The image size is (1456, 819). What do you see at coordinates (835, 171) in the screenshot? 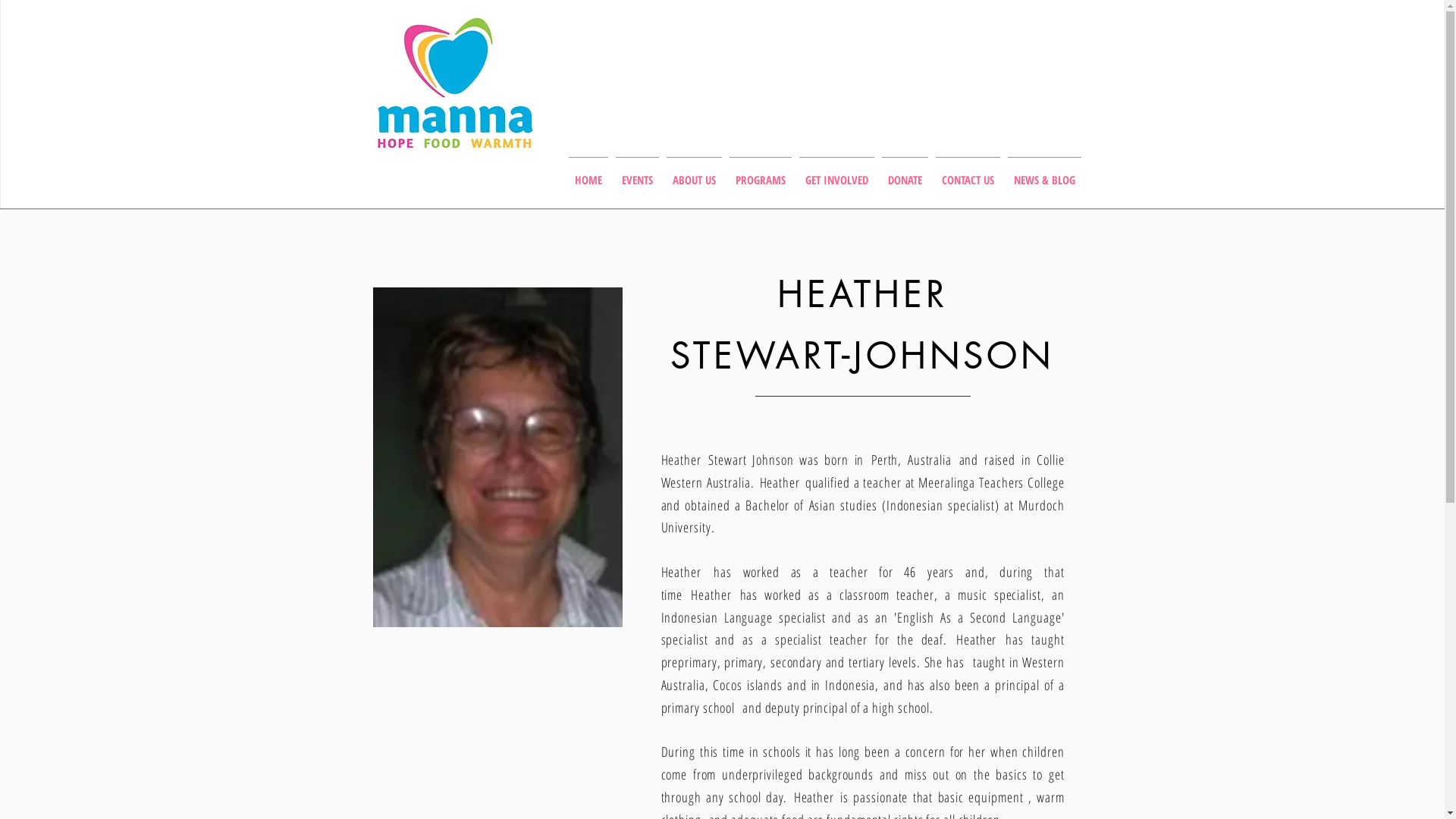
I see `'GET INVOLVED'` at bounding box center [835, 171].